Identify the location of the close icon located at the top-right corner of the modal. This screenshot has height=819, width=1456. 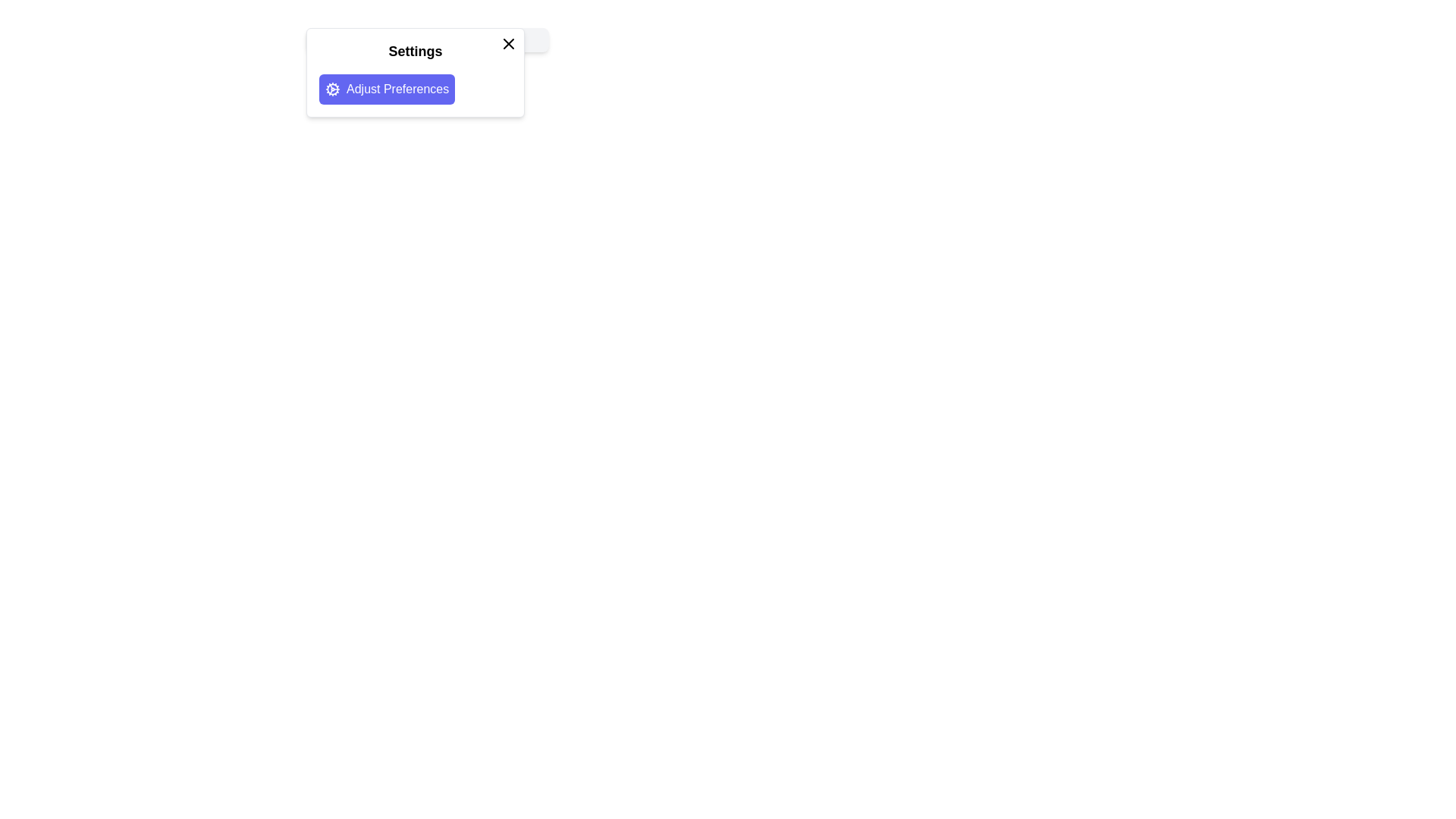
(509, 42).